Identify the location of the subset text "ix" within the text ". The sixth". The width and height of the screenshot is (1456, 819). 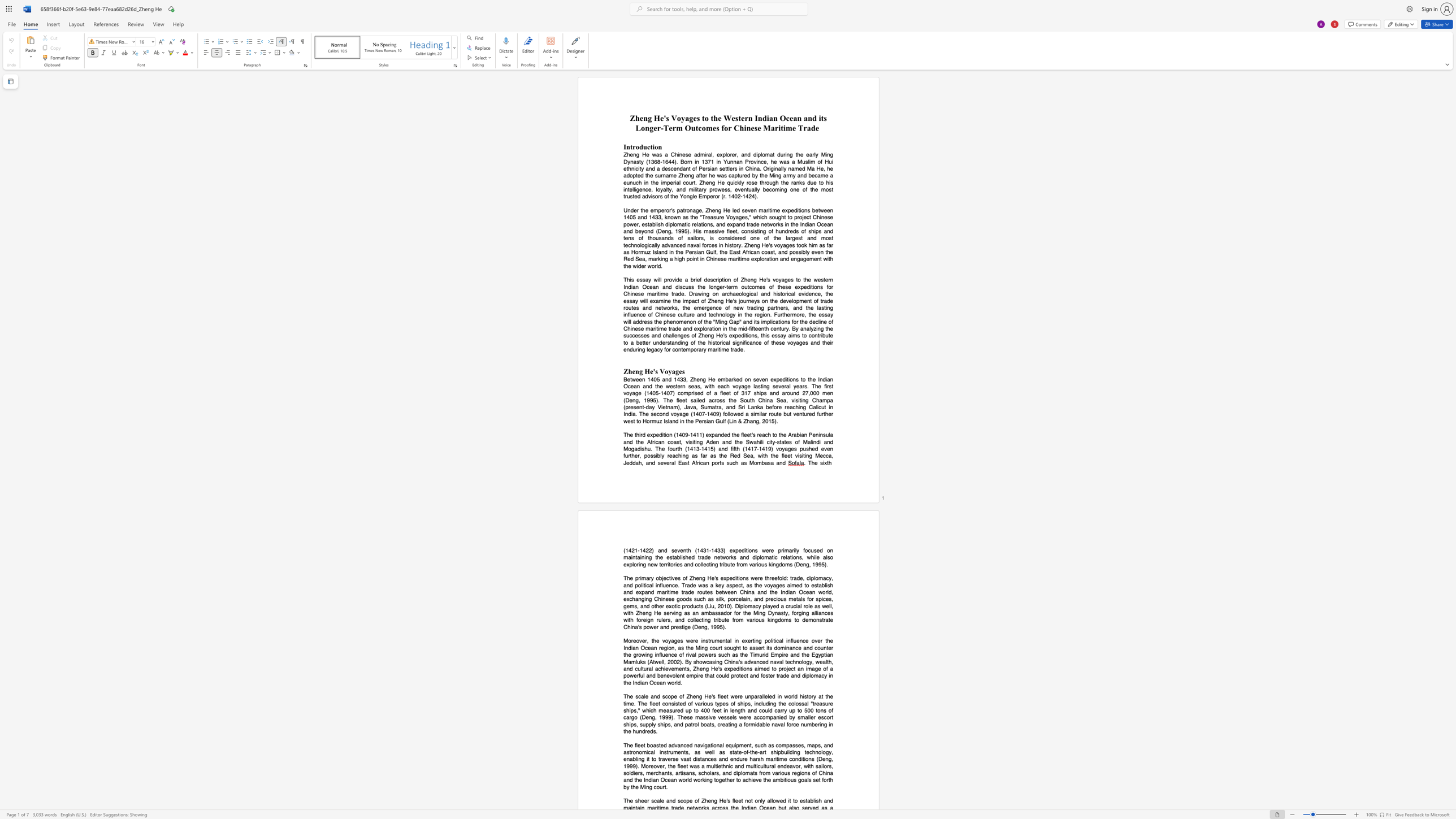
(822, 462).